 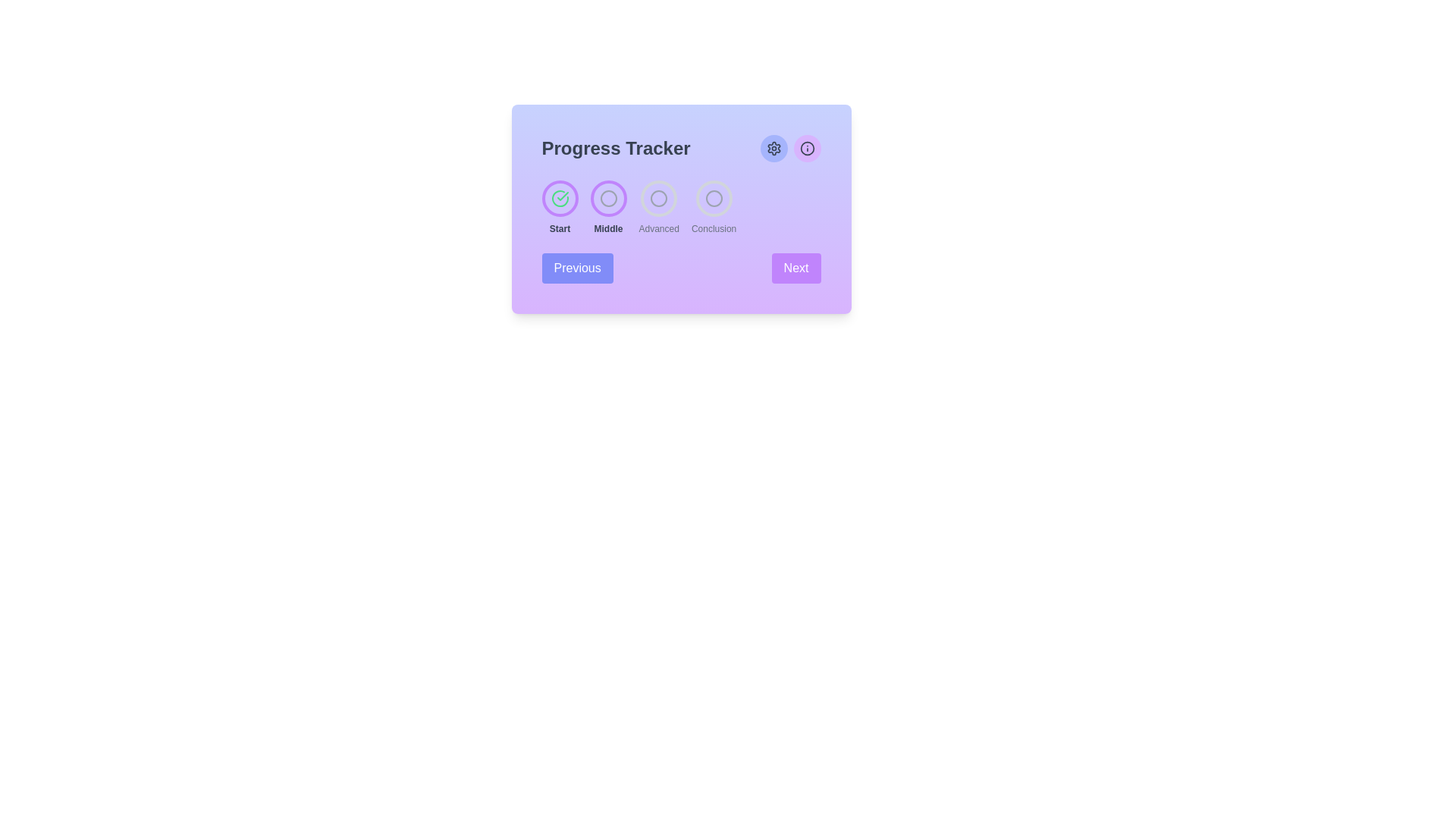 I want to click on the second circular icon in the sequence, which is outlined with a thin gray stroke and filled with no color, located on a light purple card interface, so click(x=608, y=198).